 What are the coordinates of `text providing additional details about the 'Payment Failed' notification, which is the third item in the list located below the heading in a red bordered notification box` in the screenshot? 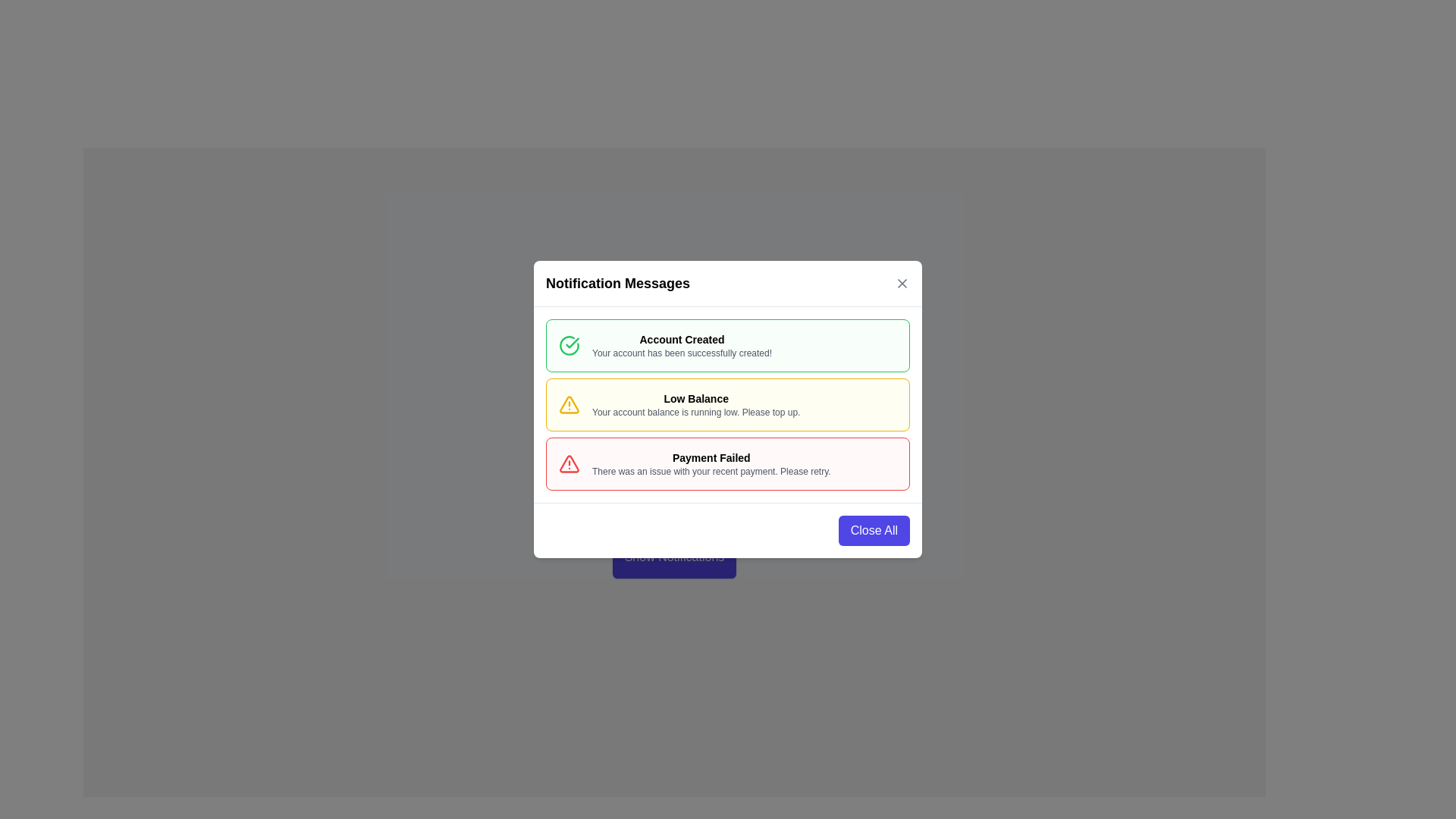 It's located at (711, 470).